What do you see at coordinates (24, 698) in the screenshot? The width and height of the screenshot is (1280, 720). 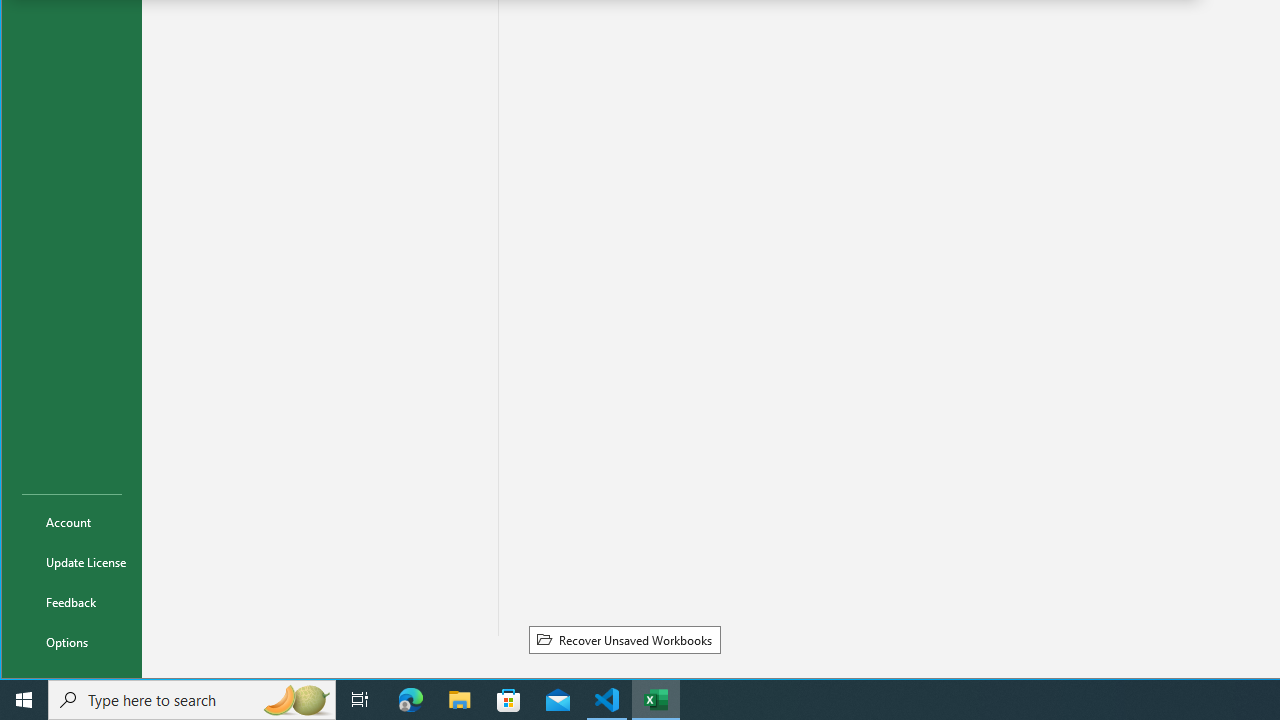 I see `'Start'` at bounding box center [24, 698].